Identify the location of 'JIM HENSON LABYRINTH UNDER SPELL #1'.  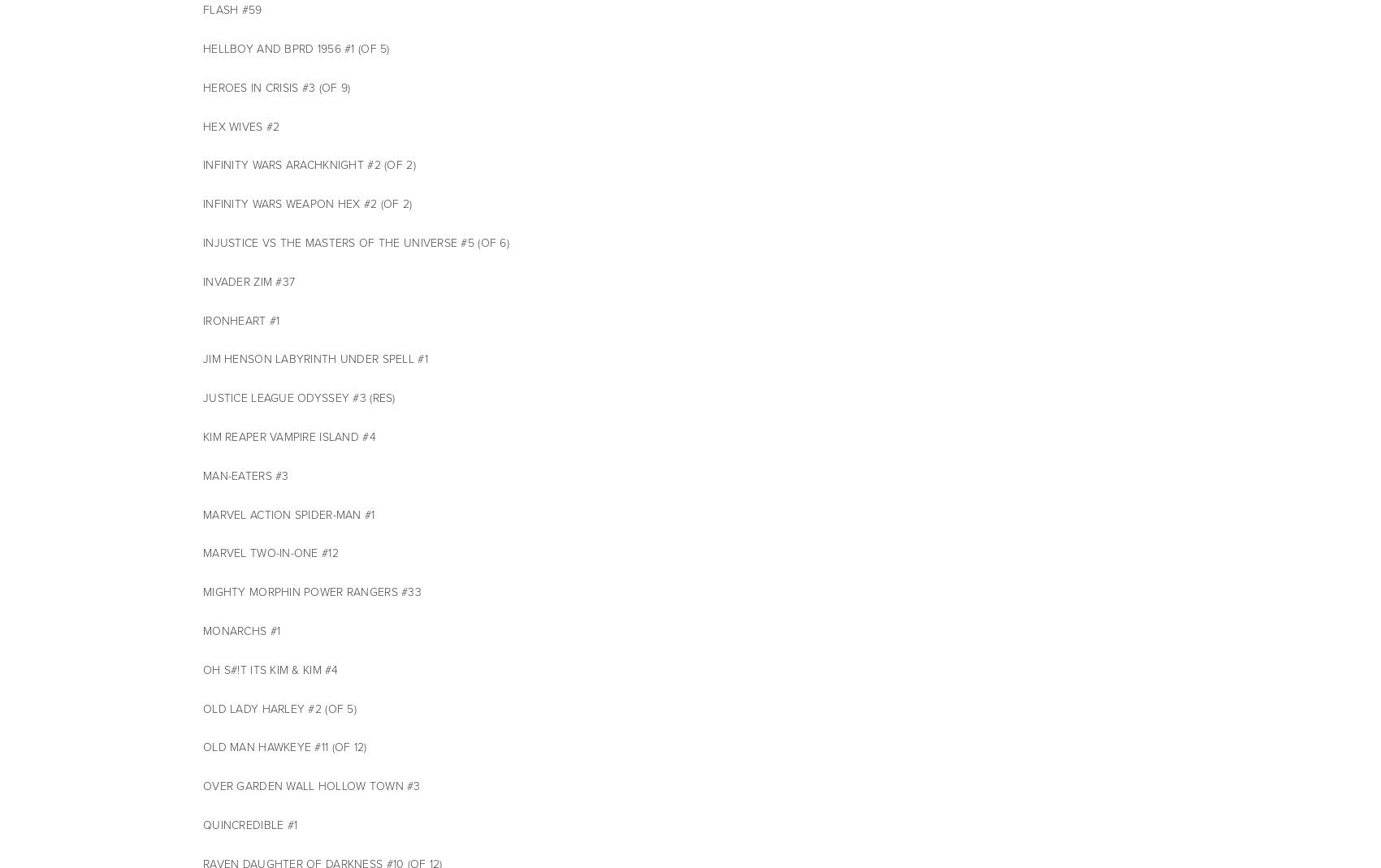
(314, 358).